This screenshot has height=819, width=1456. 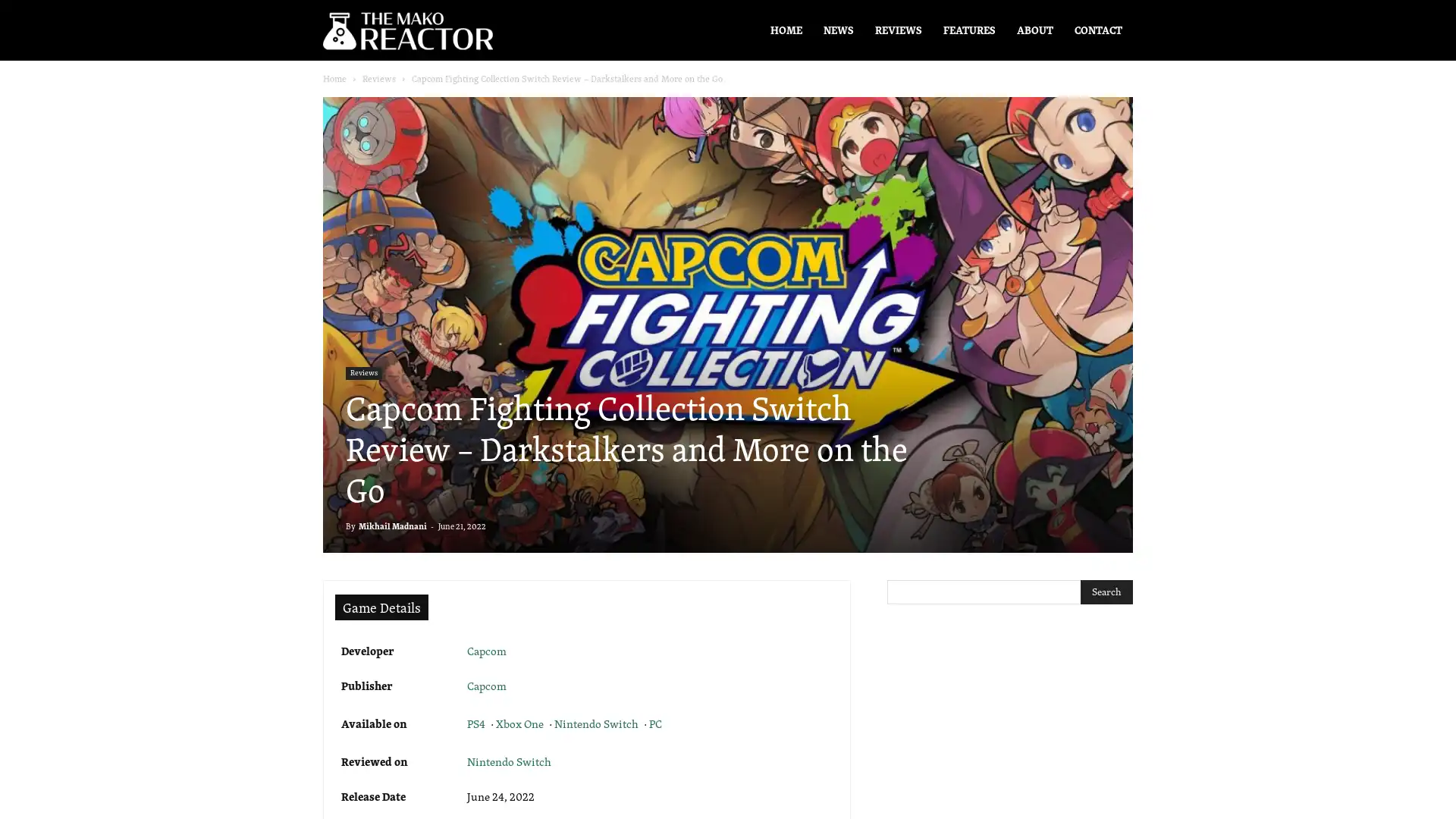 I want to click on Search, so click(x=1106, y=591).